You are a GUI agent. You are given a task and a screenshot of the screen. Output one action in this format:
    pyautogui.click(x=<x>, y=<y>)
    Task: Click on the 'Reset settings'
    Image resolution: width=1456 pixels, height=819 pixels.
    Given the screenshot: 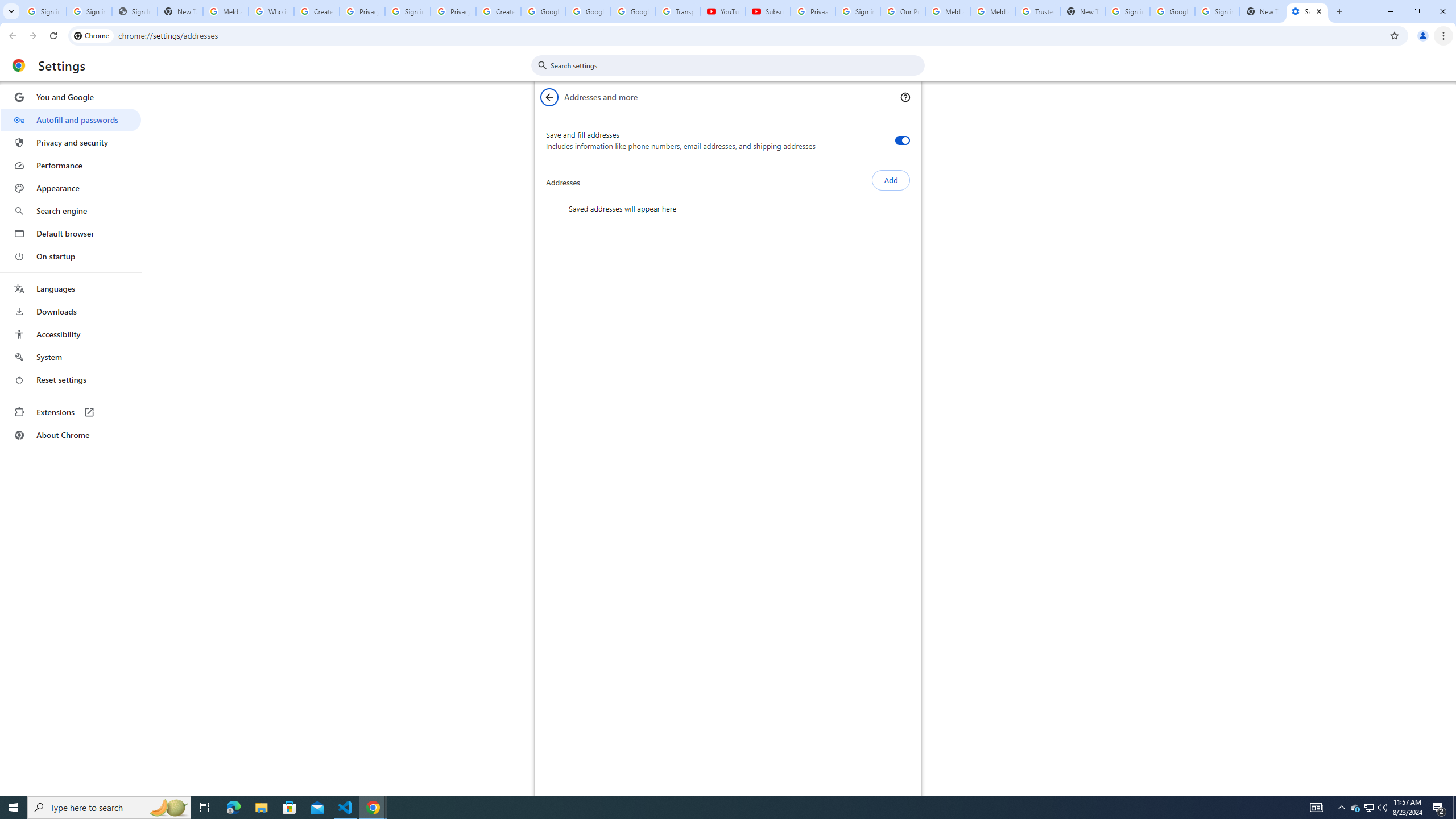 What is the action you would take?
    pyautogui.click(x=70, y=379)
    